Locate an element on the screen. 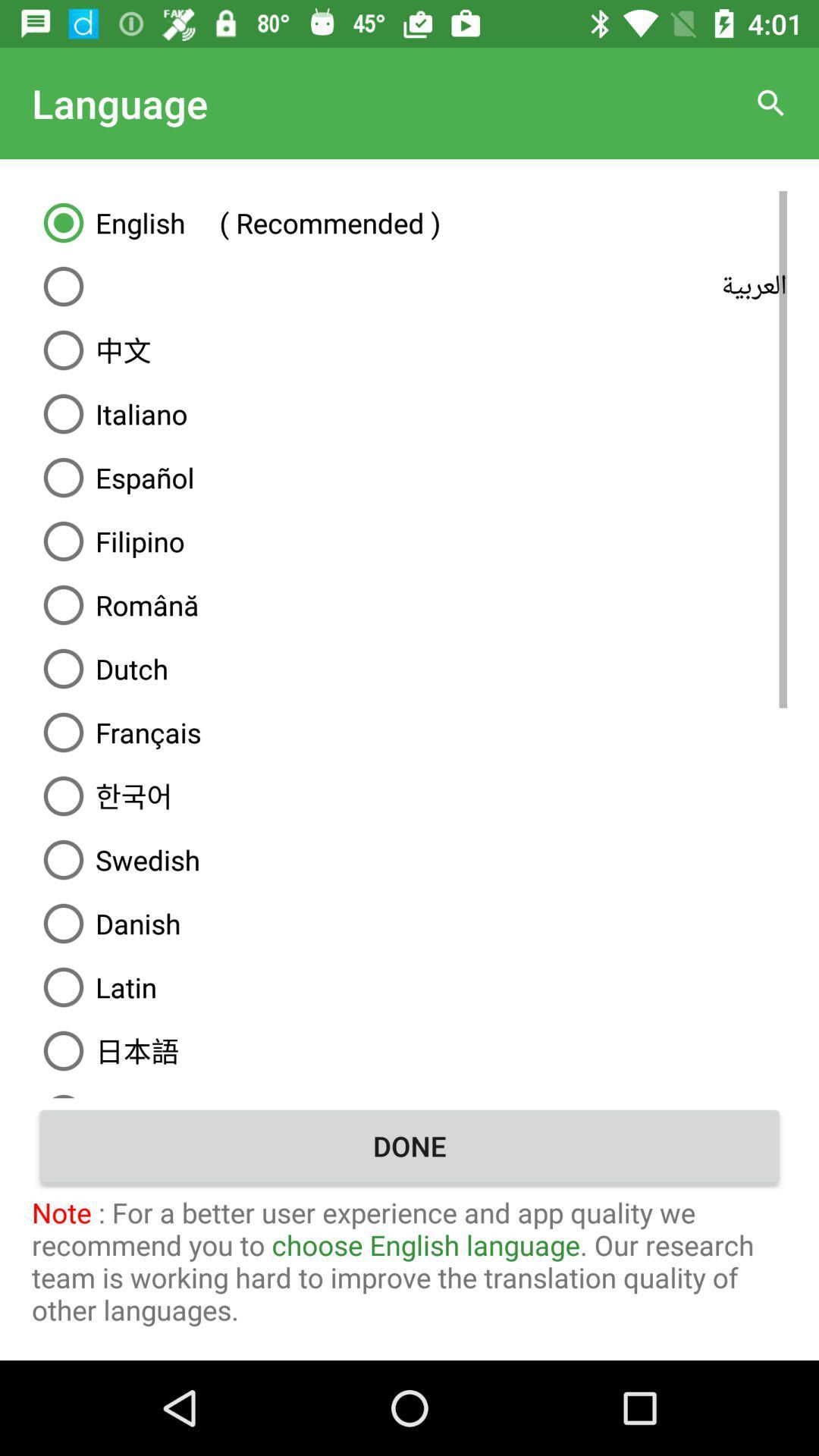 Image resolution: width=819 pixels, height=1456 pixels. danish icon is located at coordinates (409, 923).